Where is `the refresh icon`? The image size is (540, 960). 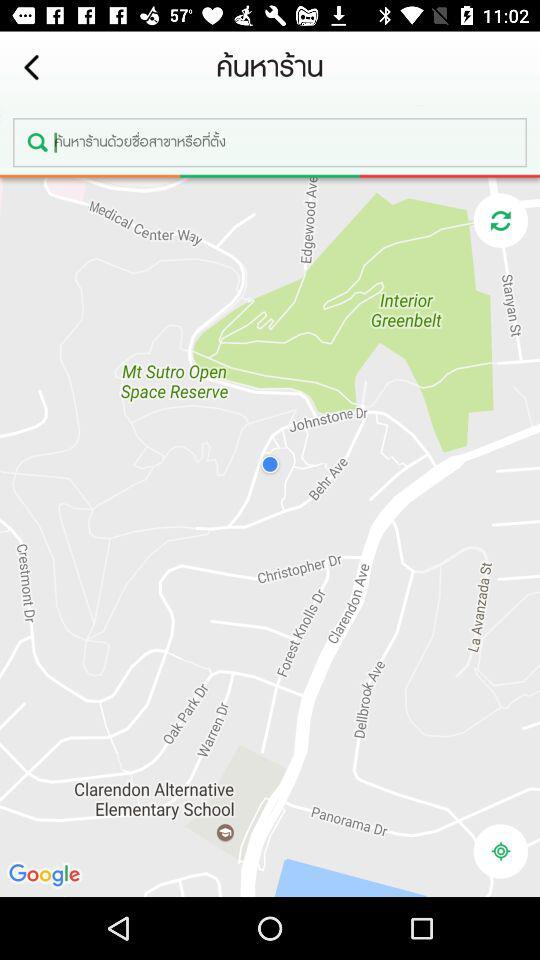 the refresh icon is located at coordinates (499, 220).